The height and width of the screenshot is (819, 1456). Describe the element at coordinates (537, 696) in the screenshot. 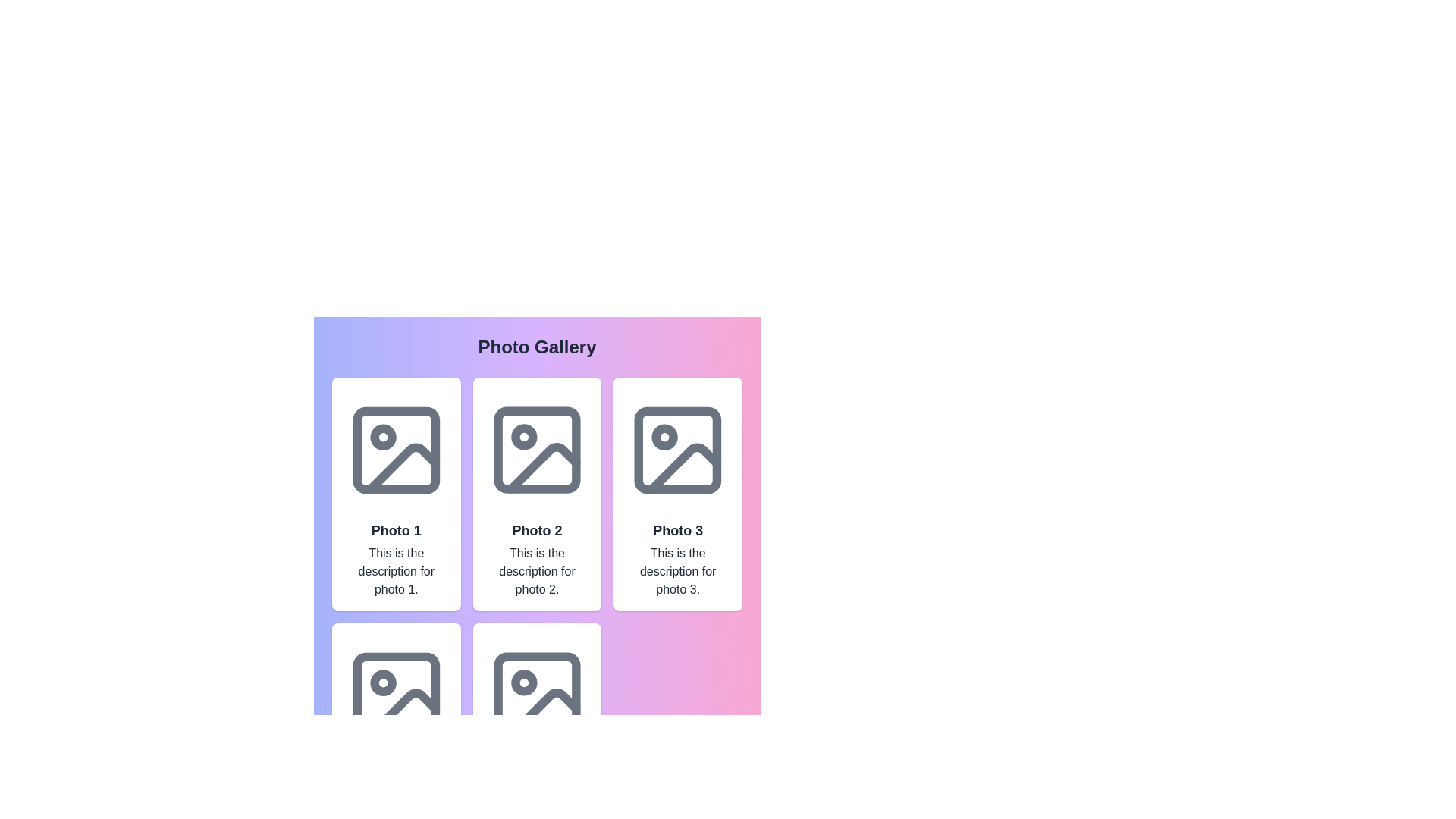

I see `the SVG-based graphic placeholder icon located in the 'Photo 5' card in the second row, first column of the photo gallery layout` at that location.